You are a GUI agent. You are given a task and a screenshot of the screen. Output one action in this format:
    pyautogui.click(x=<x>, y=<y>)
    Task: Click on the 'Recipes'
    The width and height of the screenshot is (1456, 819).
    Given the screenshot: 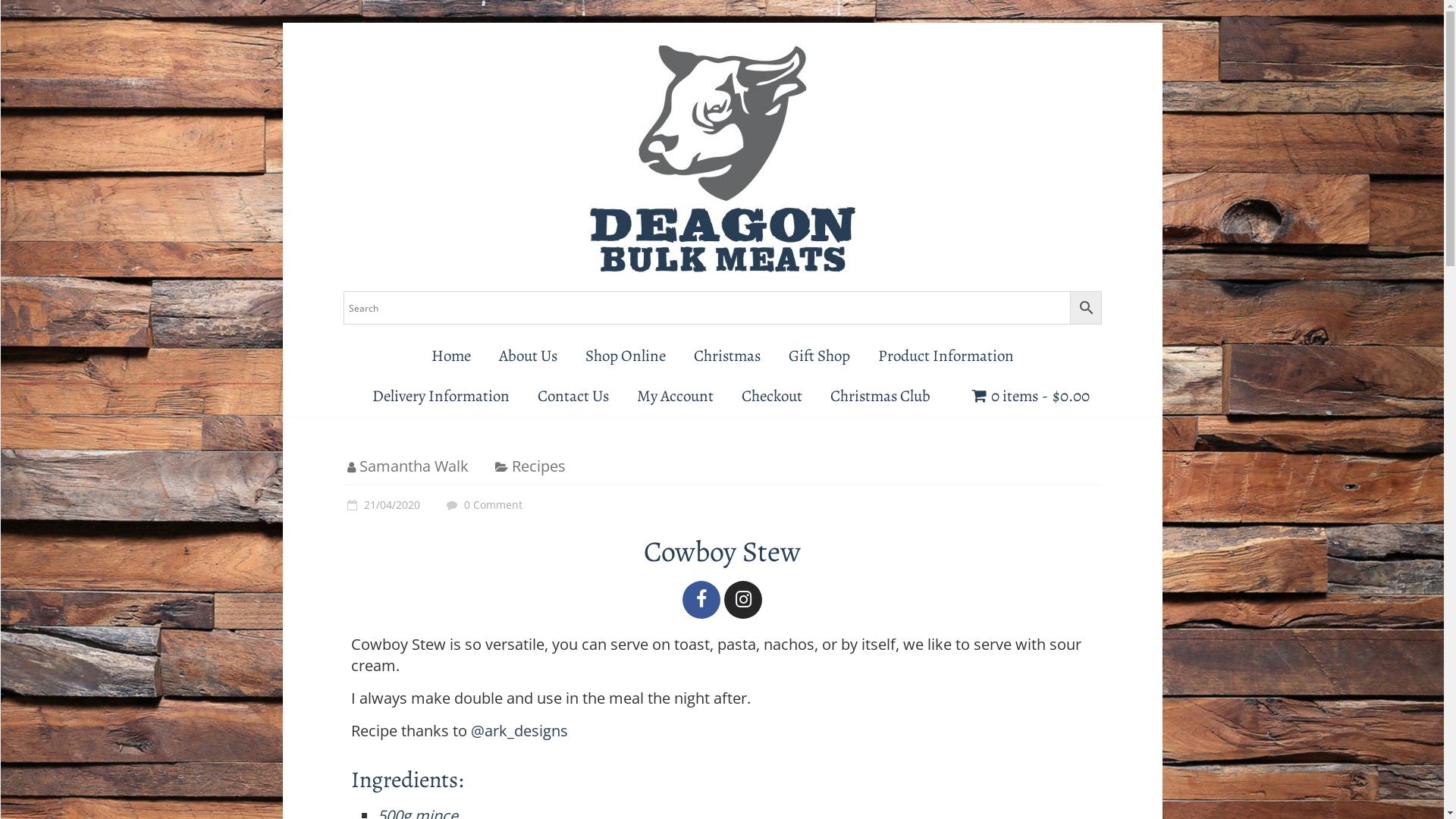 What is the action you would take?
    pyautogui.click(x=538, y=465)
    